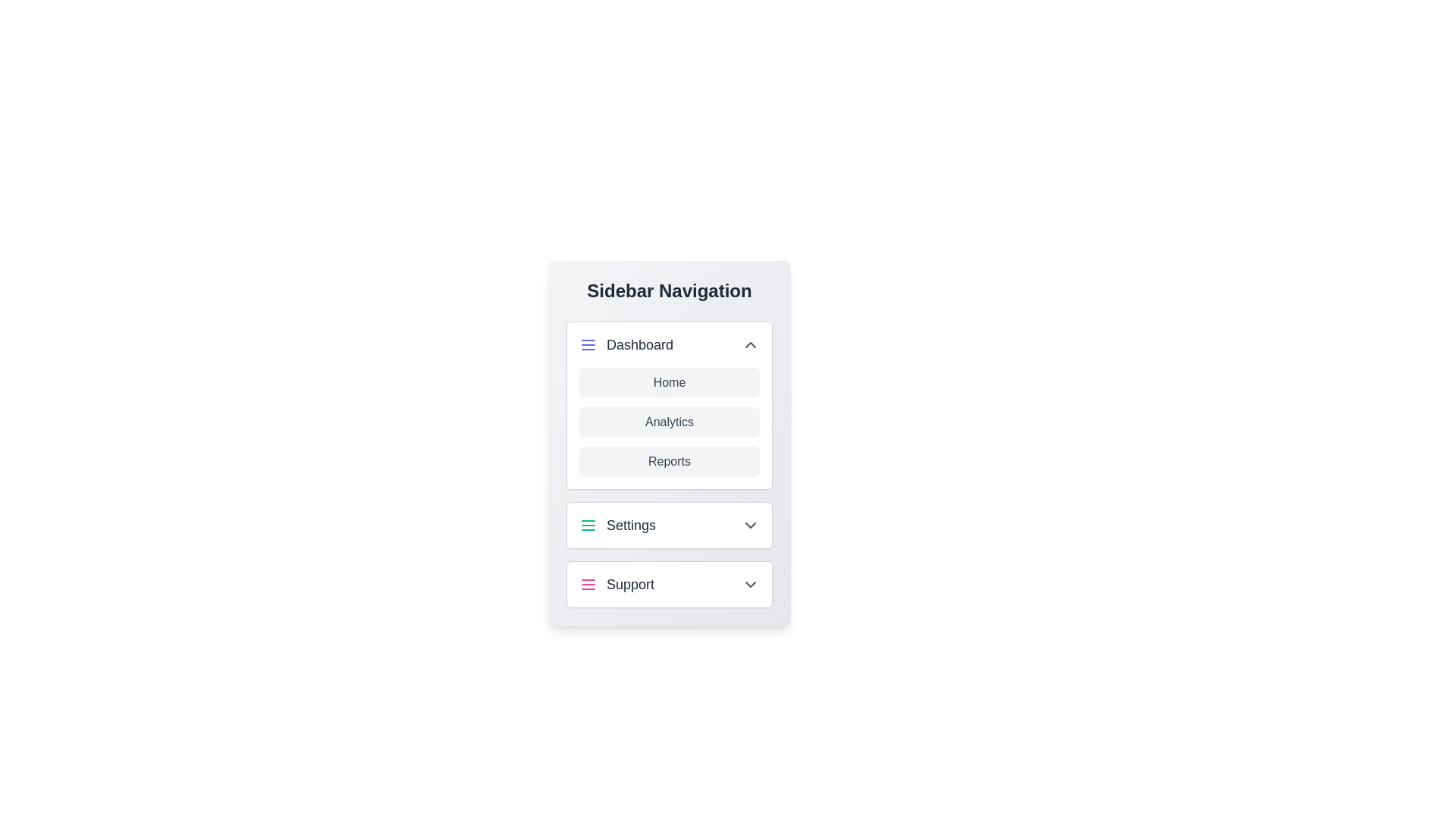  What do you see at coordinates (630, 584) in the screenshot?
I see `the 'Support' text label in the sidebar menu under the 'Settings' section, which is displayed in gray and has a heading font size` at bounding box center [630, 584].